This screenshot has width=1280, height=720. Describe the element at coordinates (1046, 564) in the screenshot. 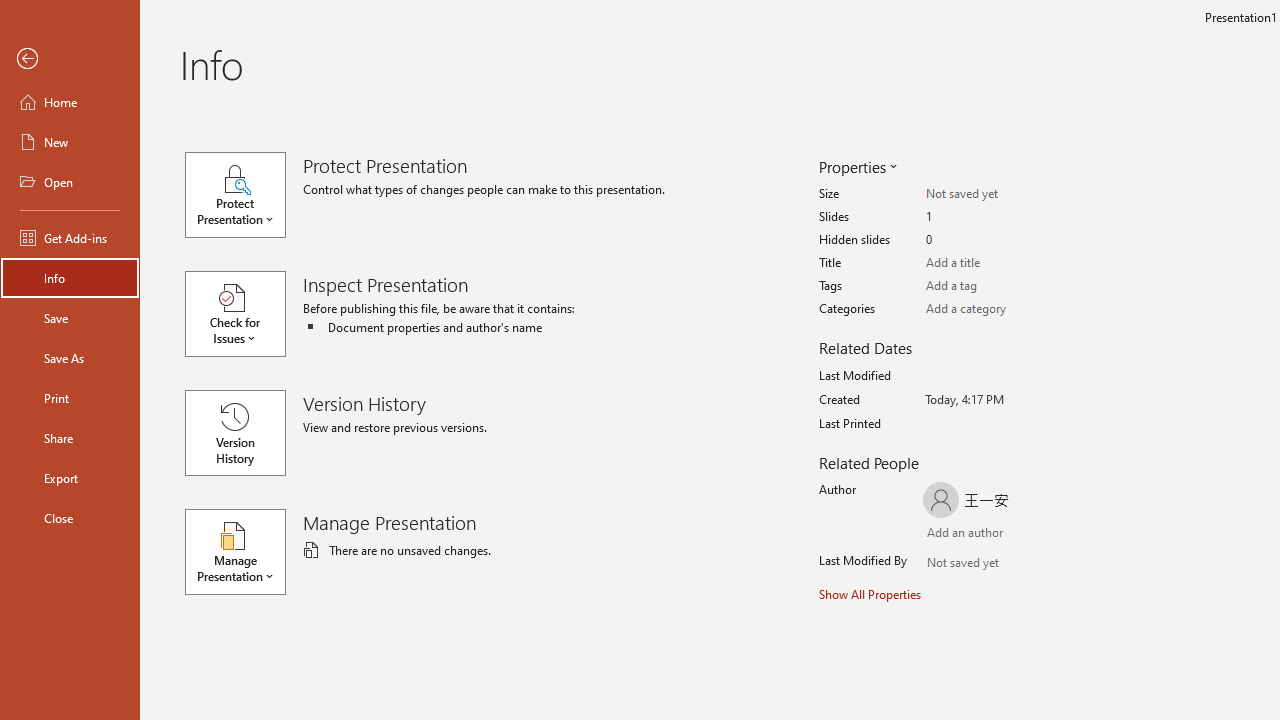

I see `'Browse Address Book'` at that location.